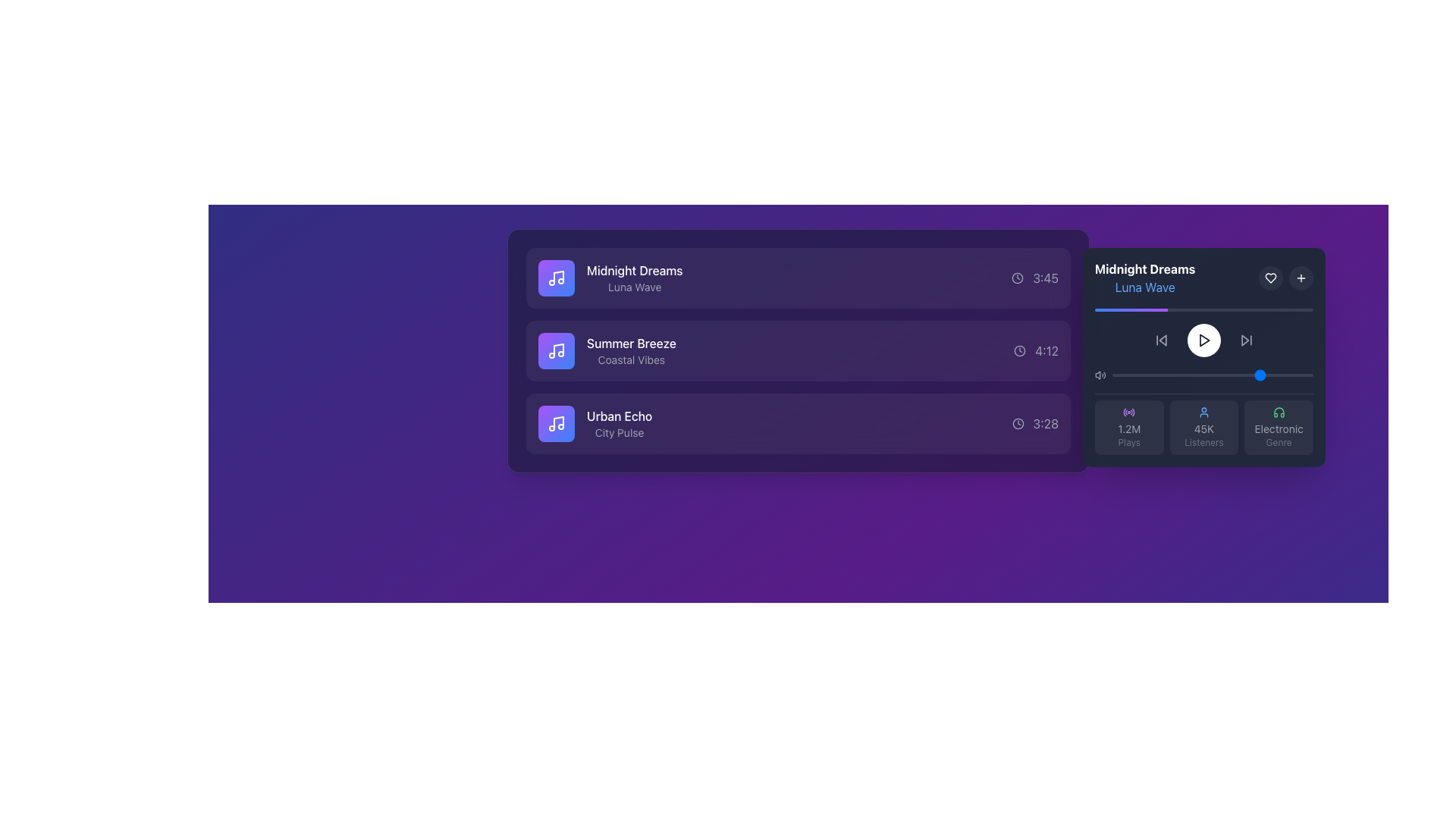 The image size is (1456, 819). I want to click on the leftmost informational display box that shows the number of plays for a specific media item, located at the bottom-right corner of the interface, so click(1129, 427).